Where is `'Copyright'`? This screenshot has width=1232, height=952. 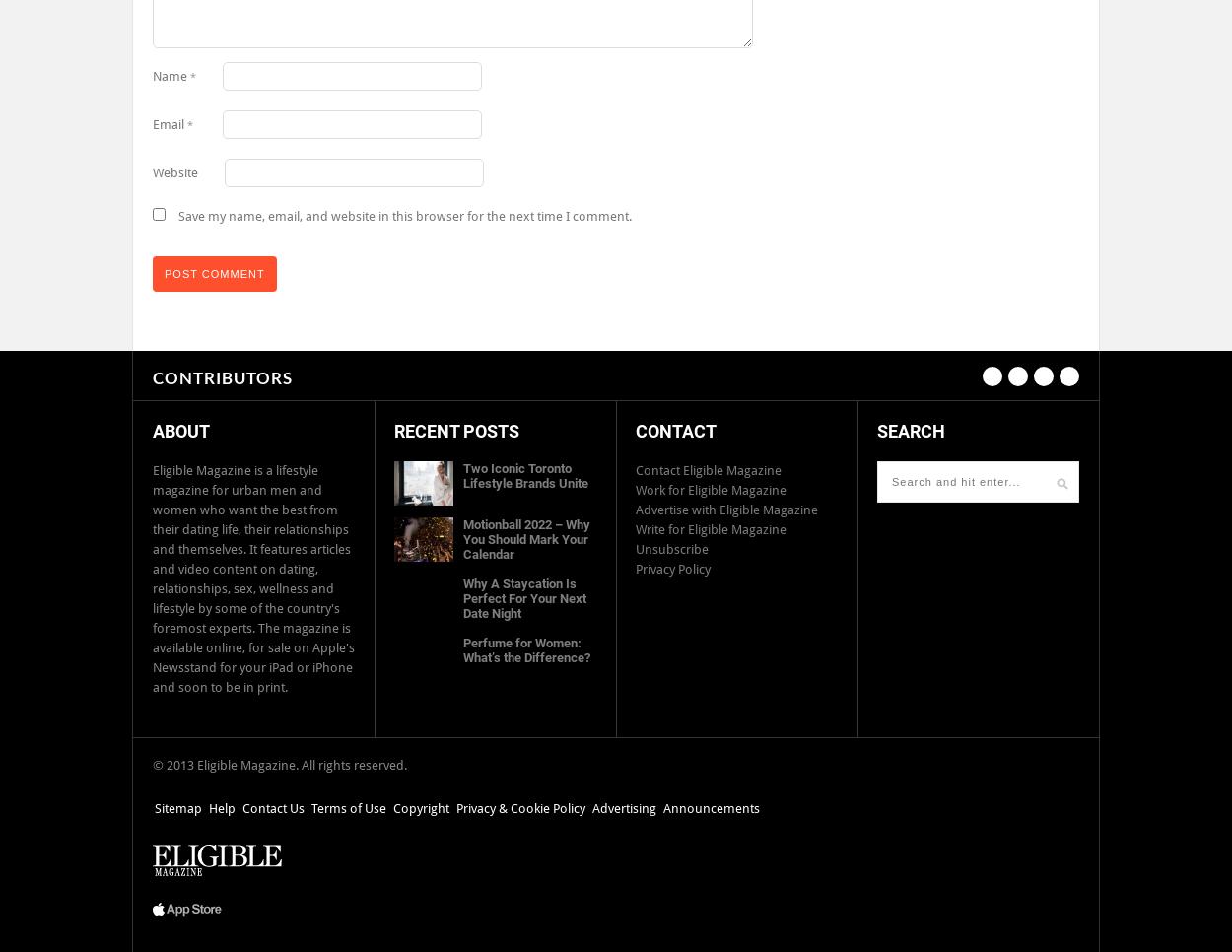 'Copyright' is located at coordinates (421, 808).